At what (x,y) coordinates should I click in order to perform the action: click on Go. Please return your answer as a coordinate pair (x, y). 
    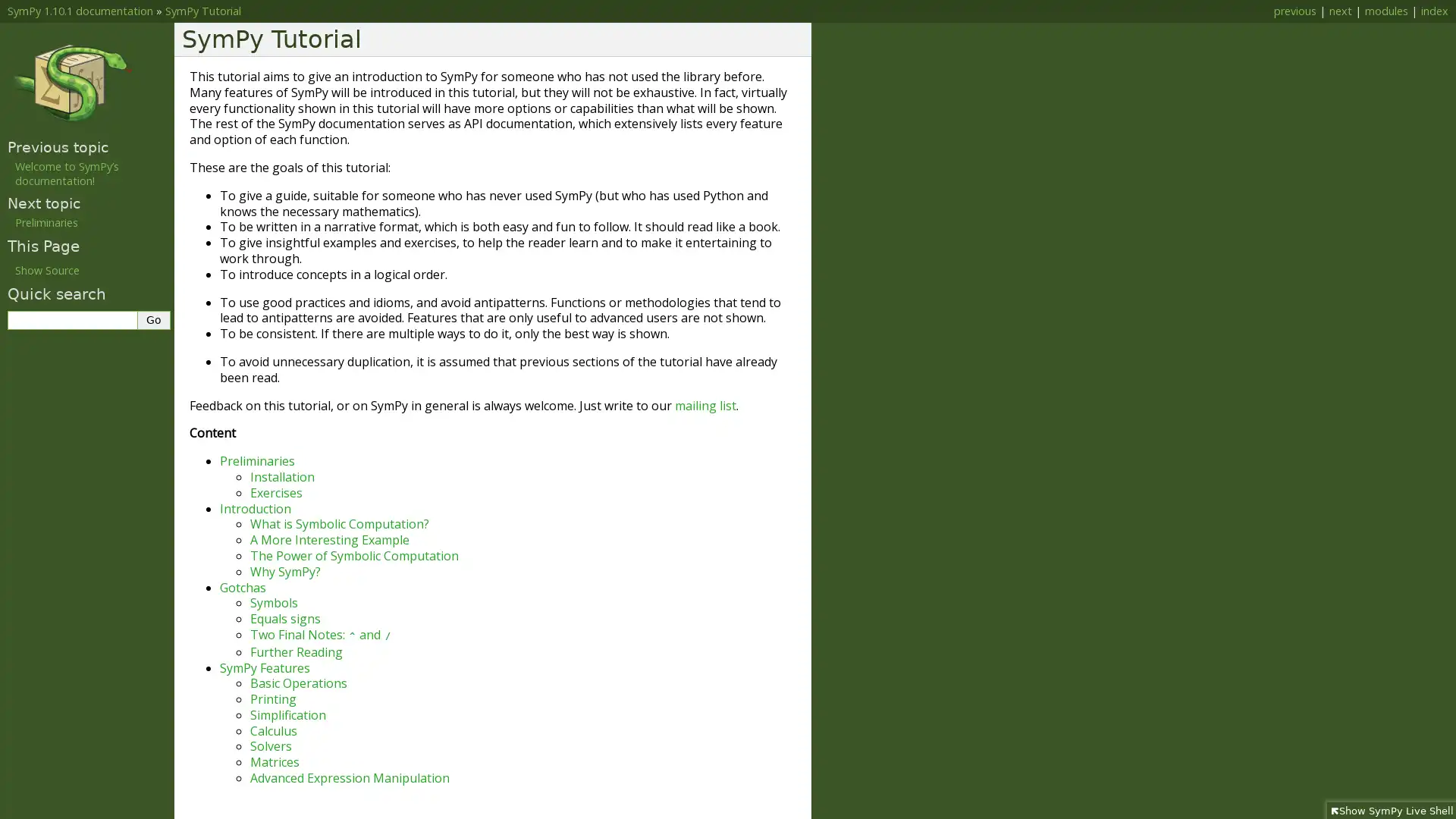
    Looking at the image, I should click on (154, 318).